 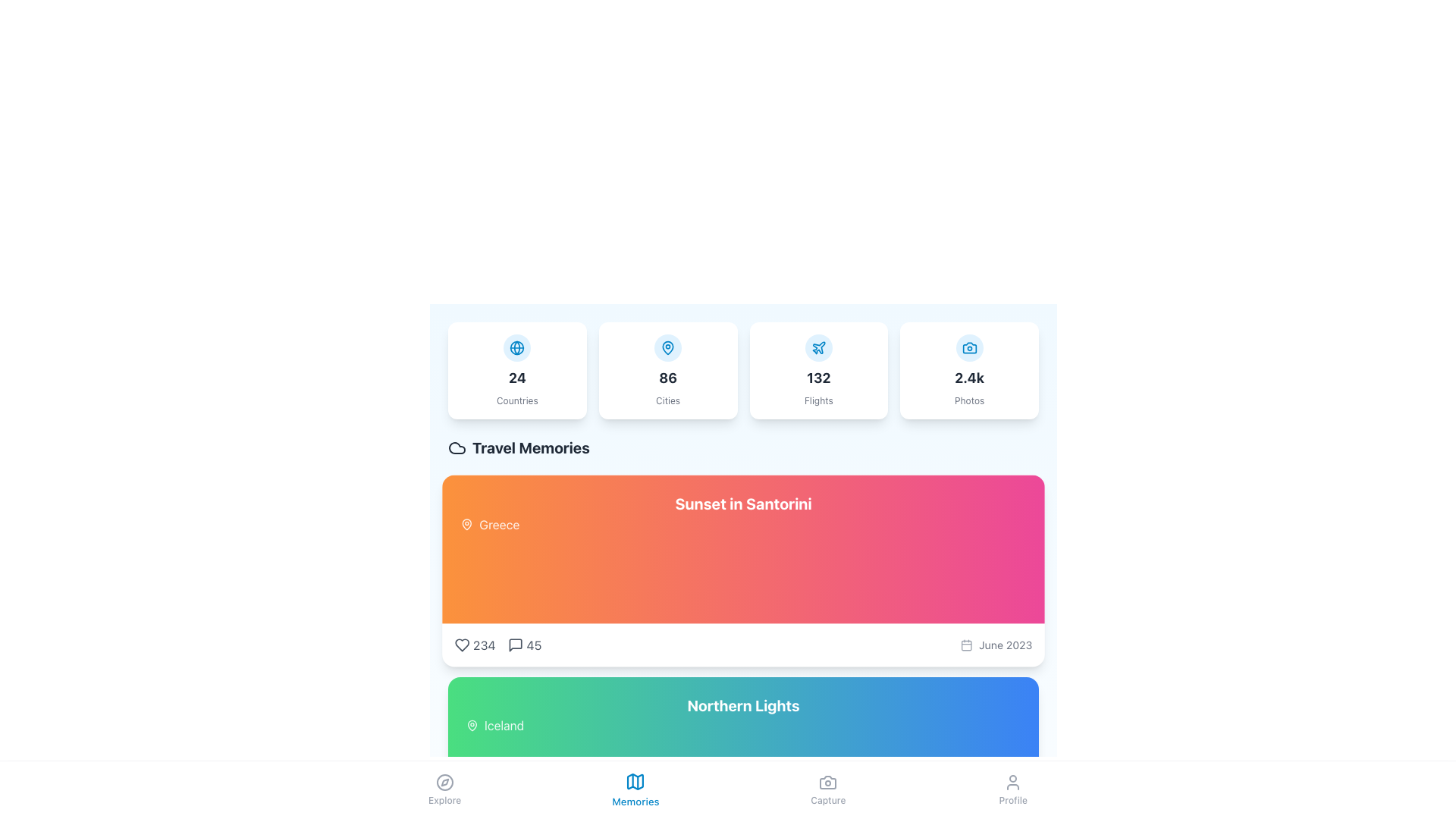 What do you see at coordinates (996, 645) in the screenshot?
I see `text 'June 2023' from the label with a calendar icon located in the bottom-right corner of the 'Sunset in Santorini' card` at bounding box center [996, 645].